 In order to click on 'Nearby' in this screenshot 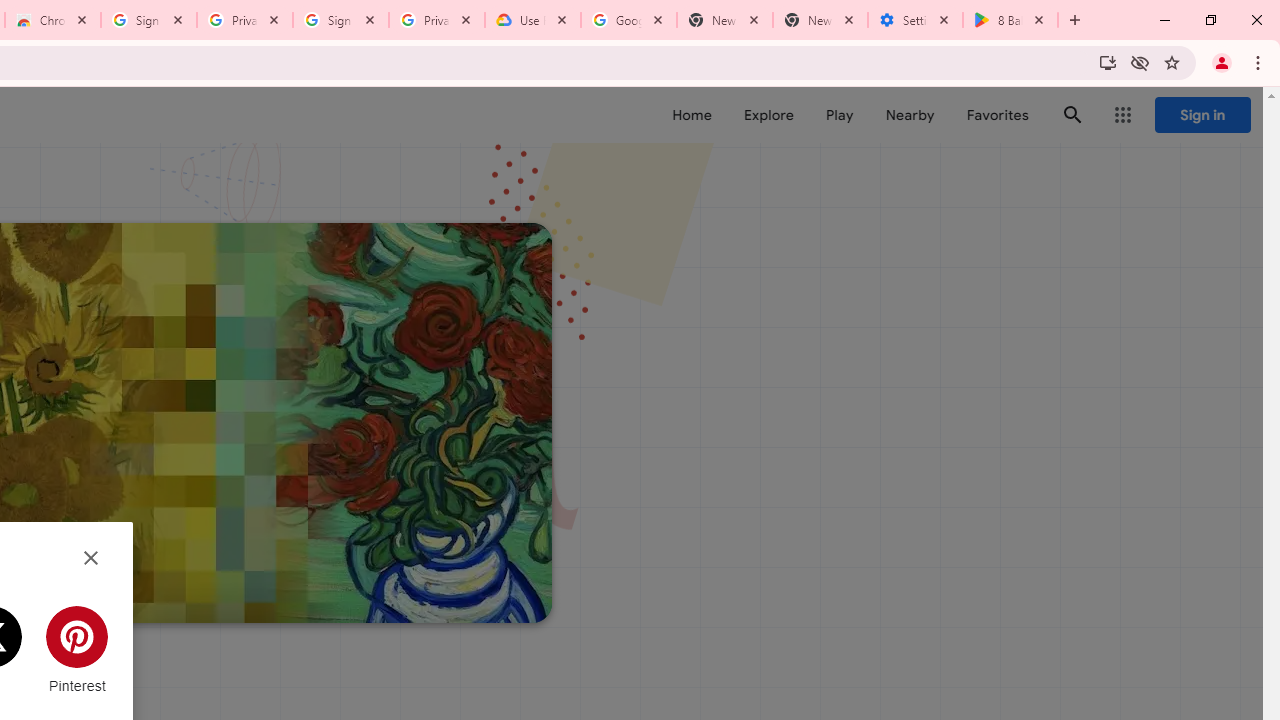, I will do `click(909, 115)`.